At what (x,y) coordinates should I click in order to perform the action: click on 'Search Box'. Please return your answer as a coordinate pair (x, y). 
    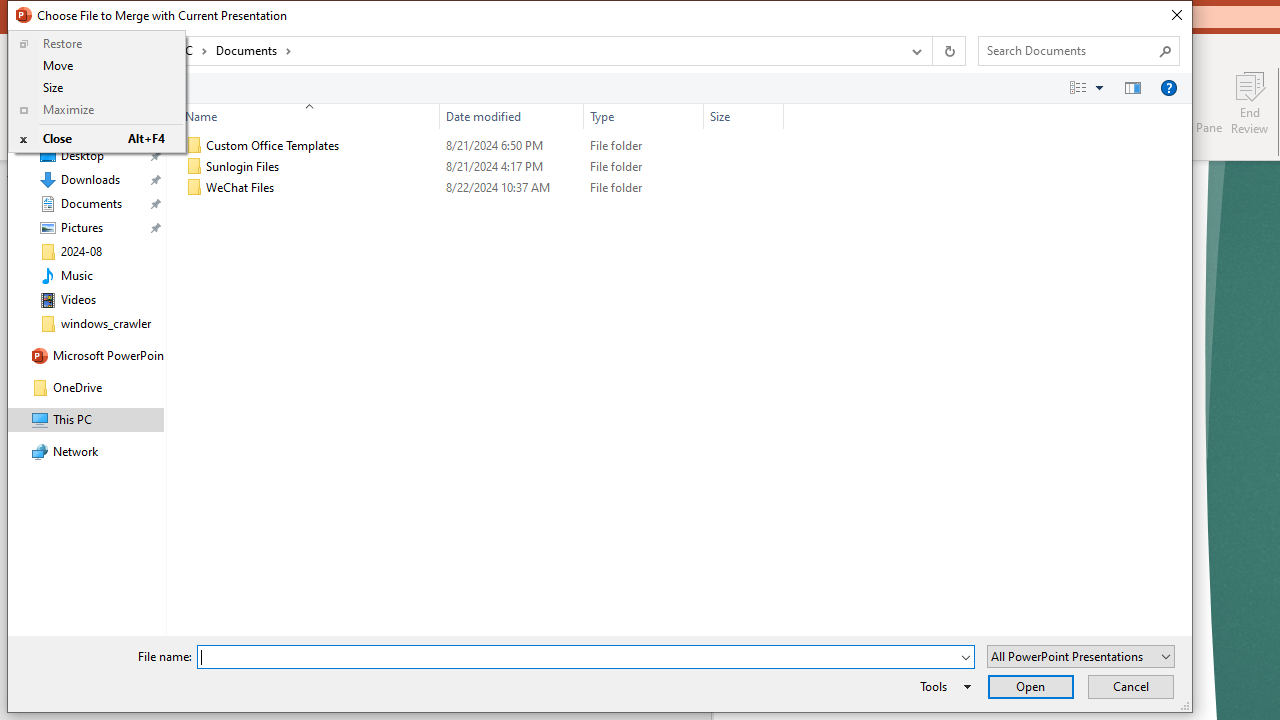
    Looking at the image, I should click on (1068, 49).